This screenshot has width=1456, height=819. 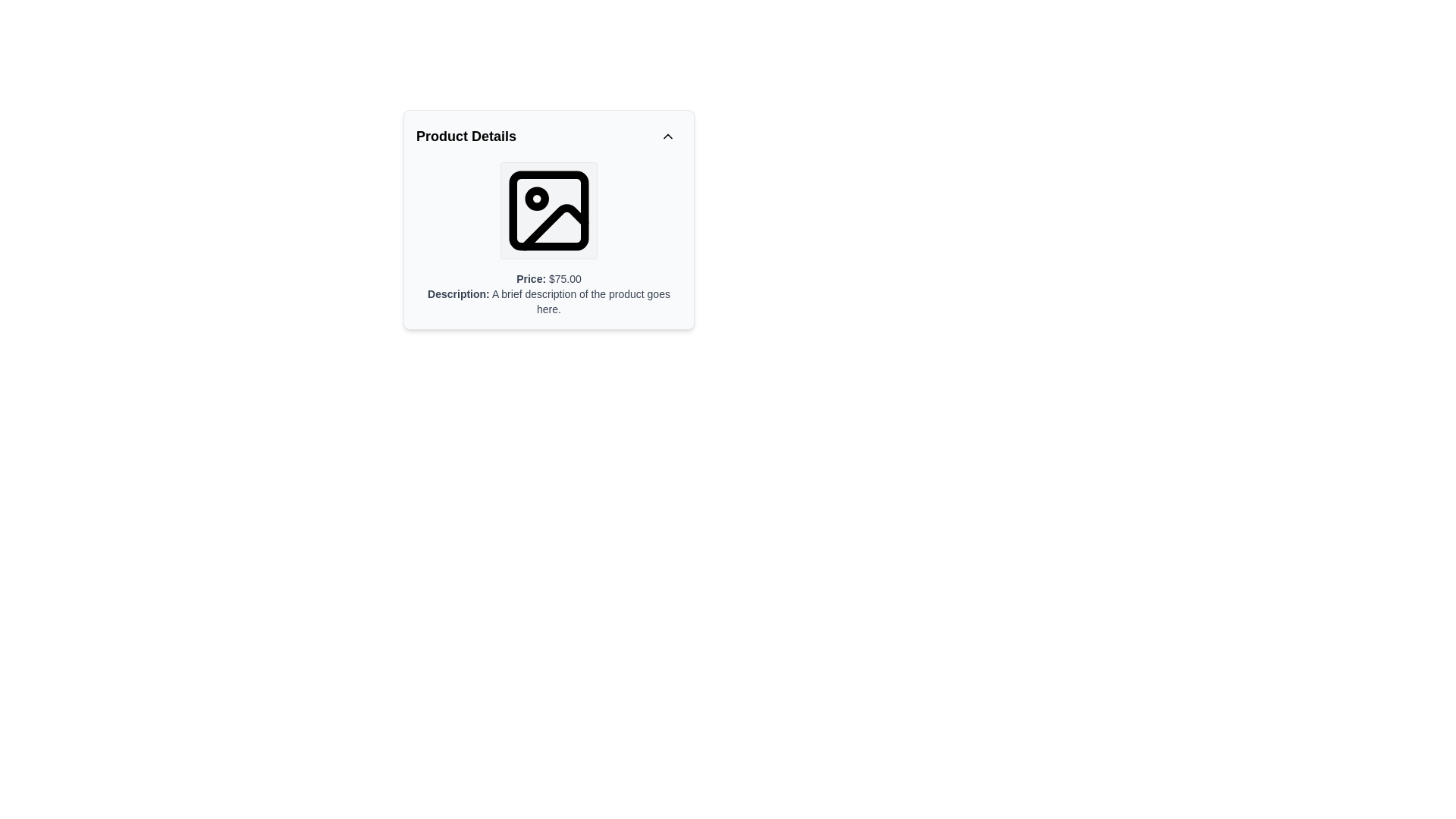 What do you see at coordinates (457, 294) in the screenshot?
I see `the label that serves as a header for the descriptive text, located at the upper-left corner of the description field` at bounding box center [457, 294].